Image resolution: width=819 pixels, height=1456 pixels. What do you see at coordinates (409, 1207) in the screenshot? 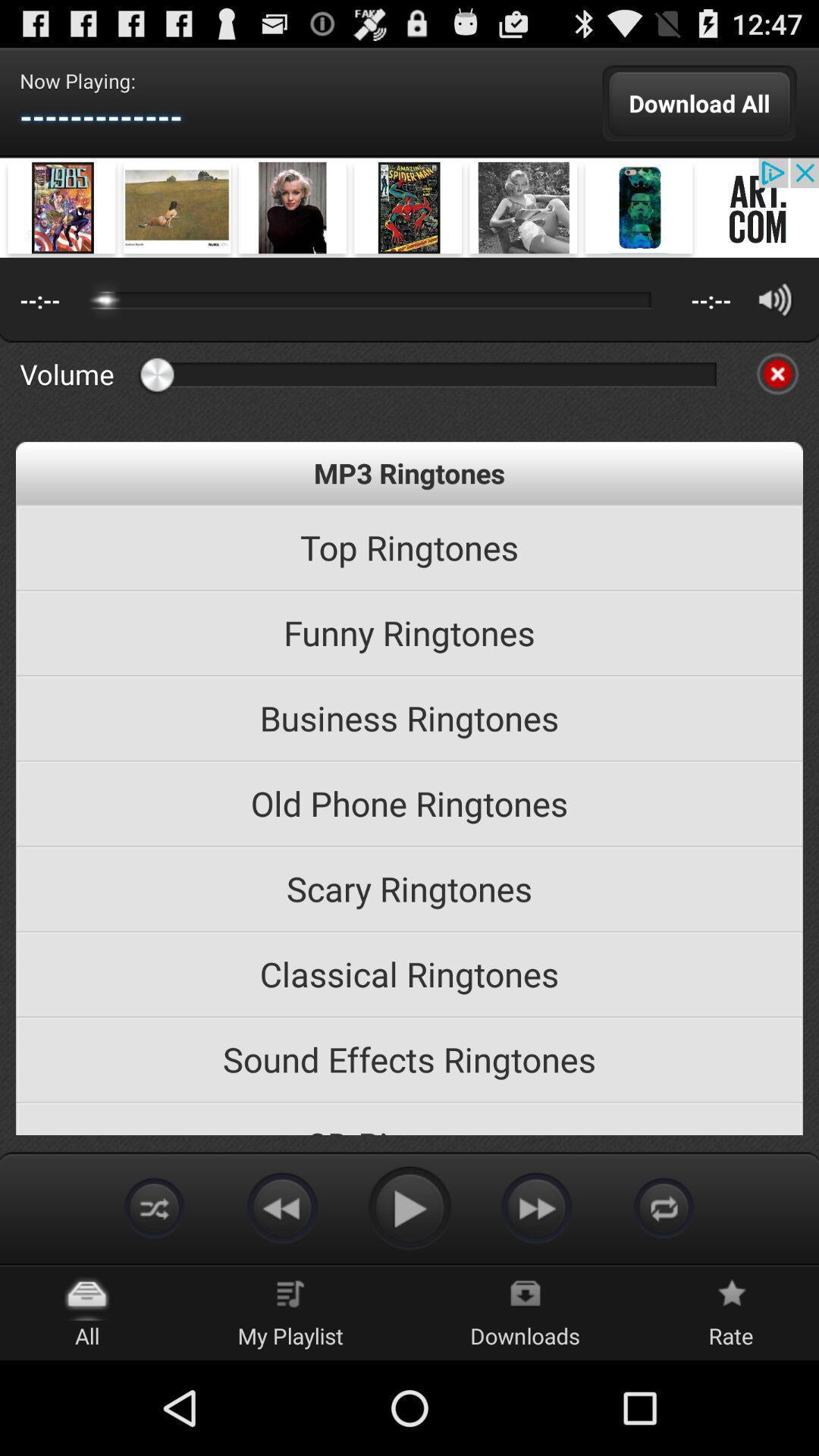
I see `play` at bounding box center [409, 1207].